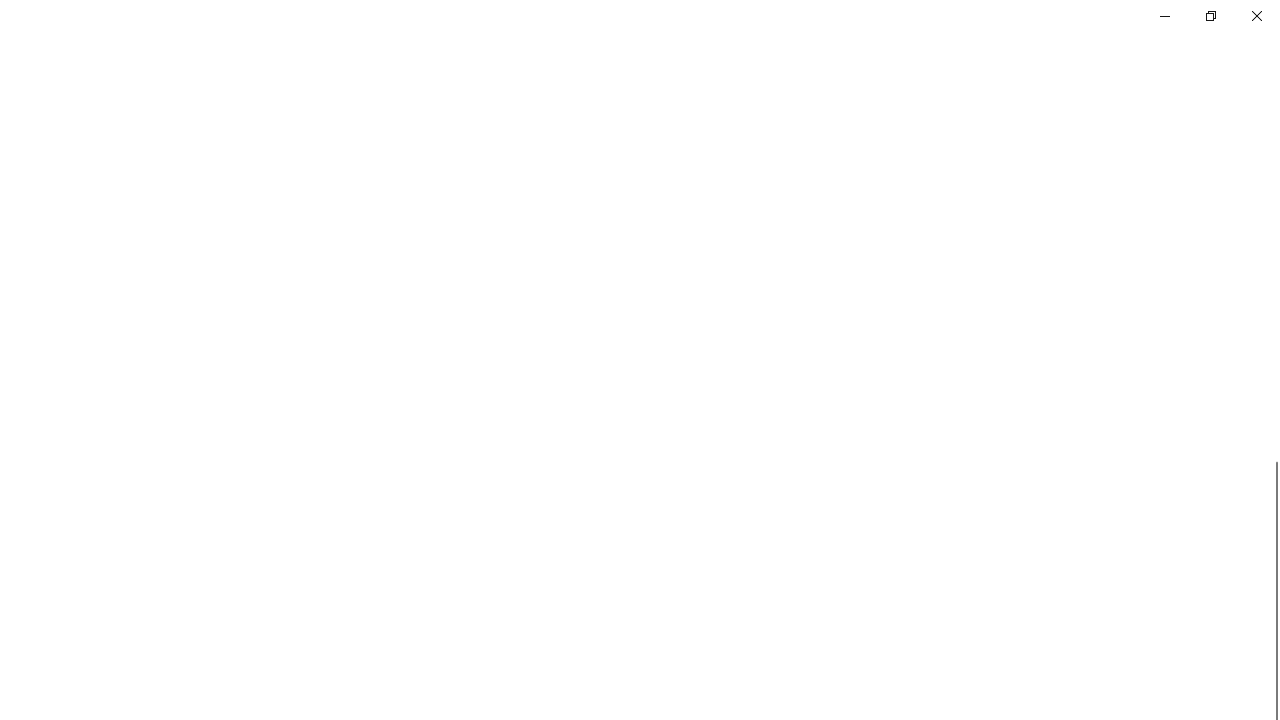 The width and height of the screenshot is (1280, 720). Describe the element at coordinates (1209, 15) in the screenshot. I see `'Restore Settings'` at that location.